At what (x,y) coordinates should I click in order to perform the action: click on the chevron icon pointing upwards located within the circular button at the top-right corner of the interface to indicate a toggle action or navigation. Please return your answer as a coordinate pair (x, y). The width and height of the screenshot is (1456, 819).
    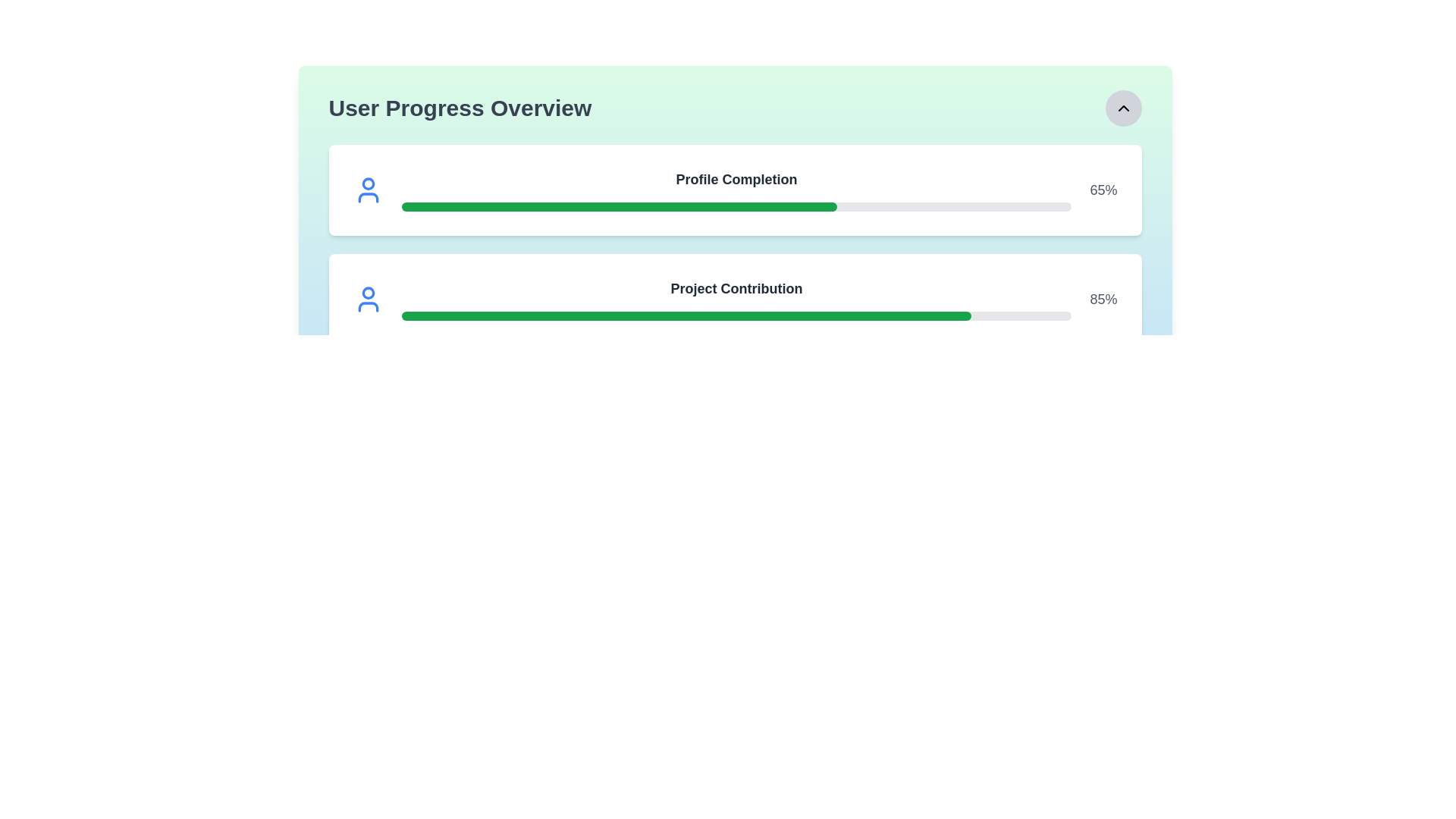
    Looking at the image, I should click on (1123, 107).